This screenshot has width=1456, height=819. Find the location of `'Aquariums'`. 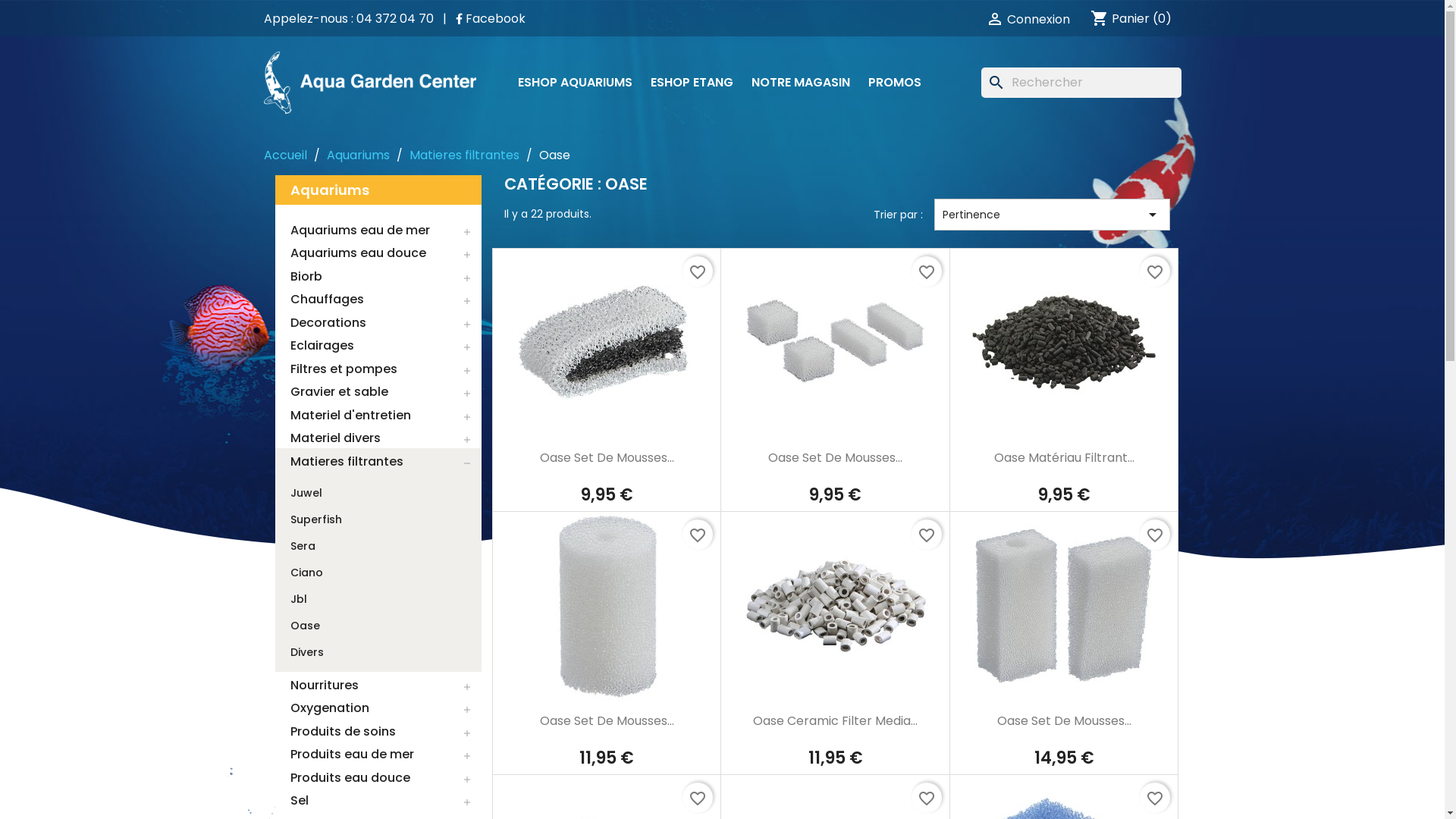

'Aquariums' is located at coordinates (356, 155).